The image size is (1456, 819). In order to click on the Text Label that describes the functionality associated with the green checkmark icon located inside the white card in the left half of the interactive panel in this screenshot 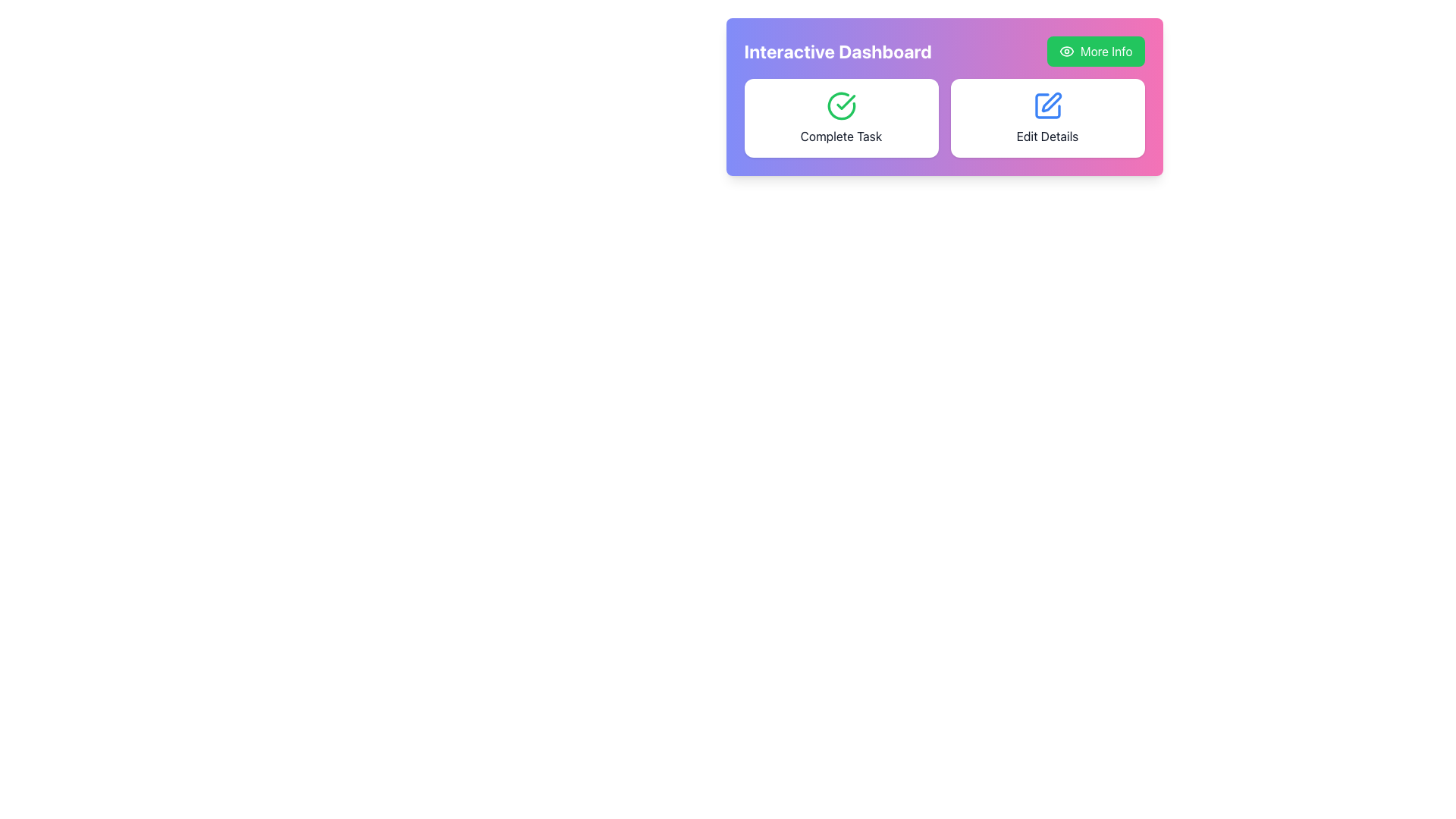, I will do `click(840, 136)`.